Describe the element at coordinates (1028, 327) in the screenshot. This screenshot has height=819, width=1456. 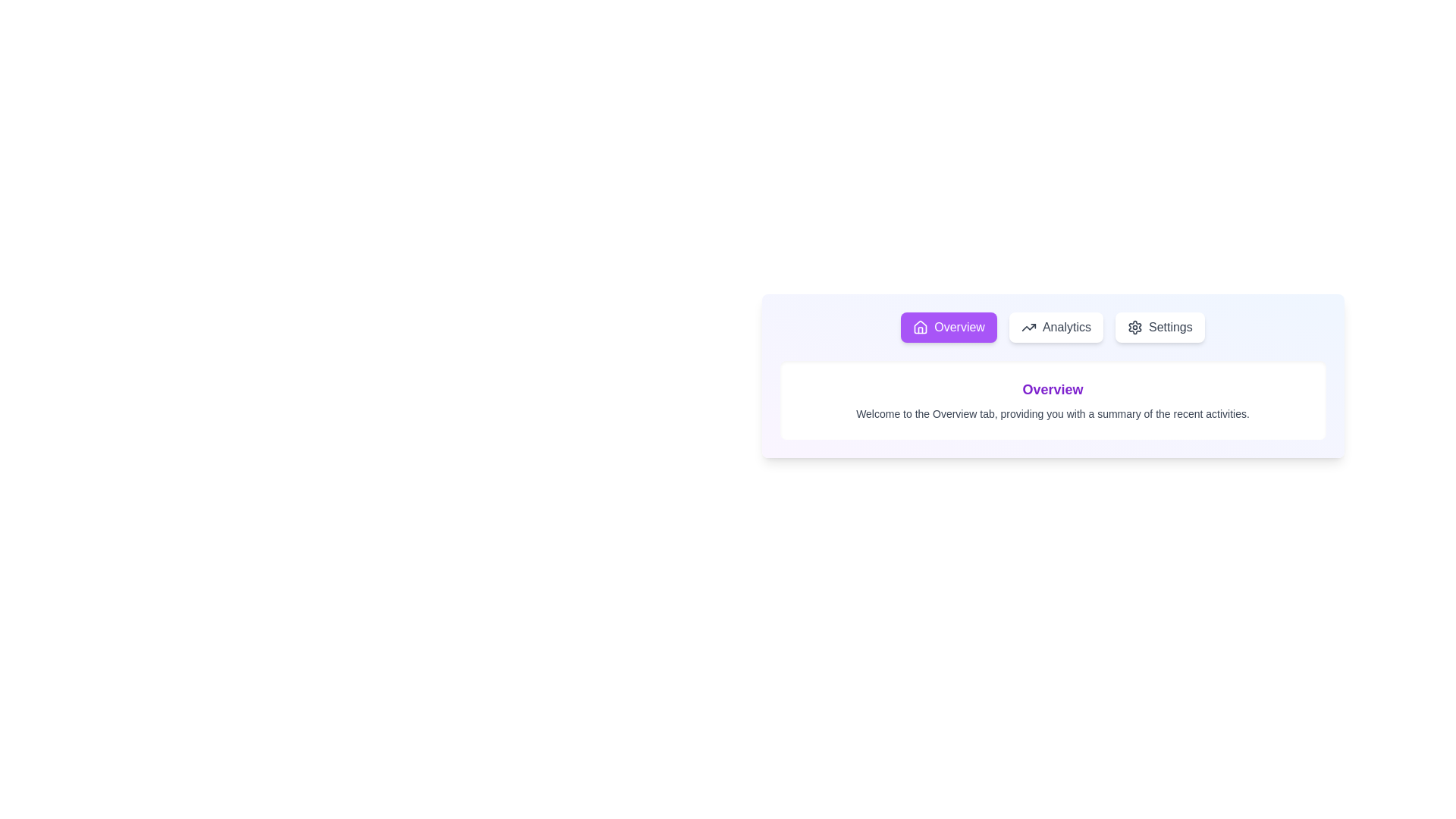
I see `the 'Analytics' button which is associated with the upward trending arrow icon located on the left side of the text label 'Analytics'` at that location.